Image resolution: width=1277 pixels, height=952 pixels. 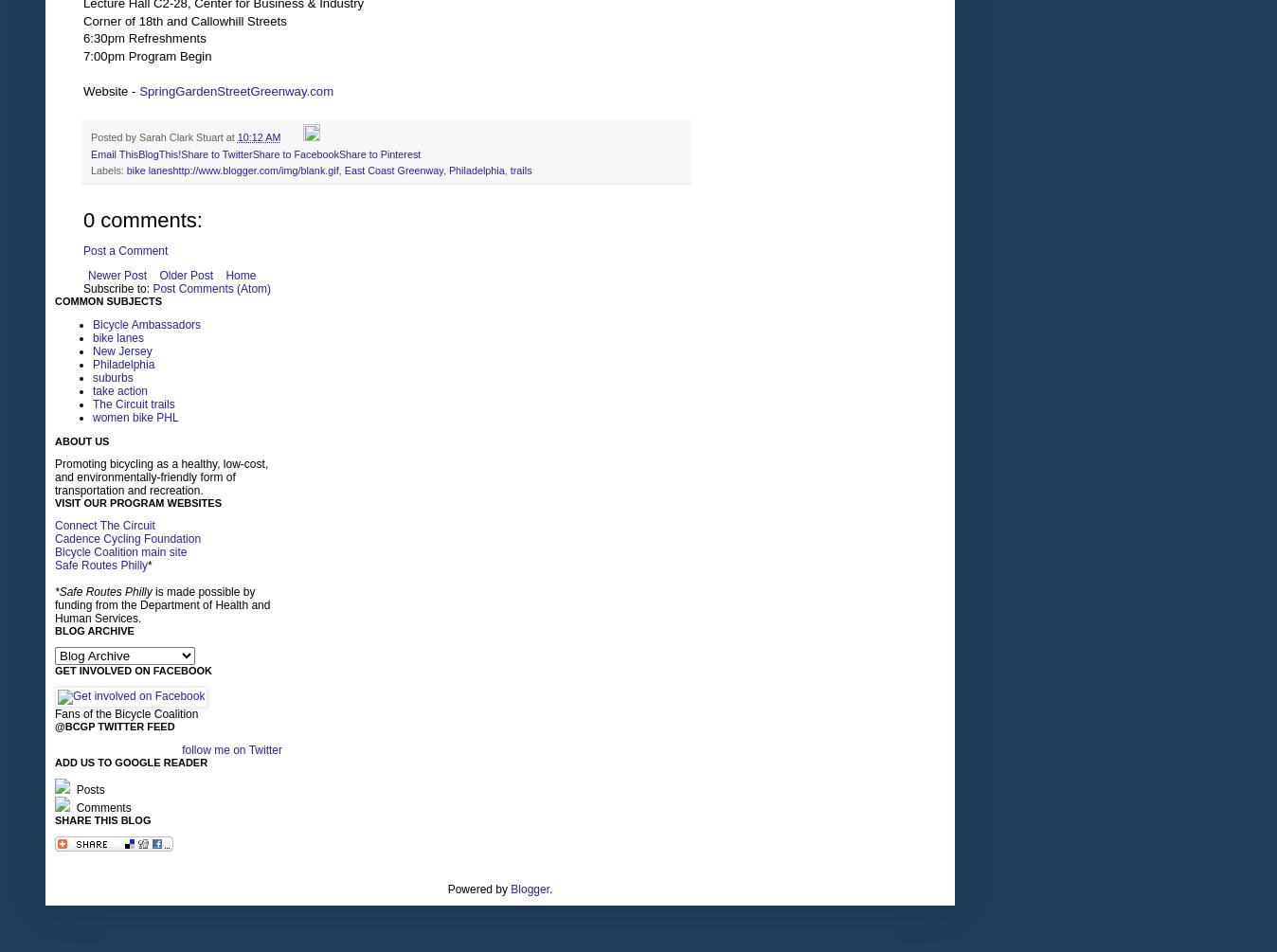 I want to click on 'The Circuit trails', so click(x=133, y=404).